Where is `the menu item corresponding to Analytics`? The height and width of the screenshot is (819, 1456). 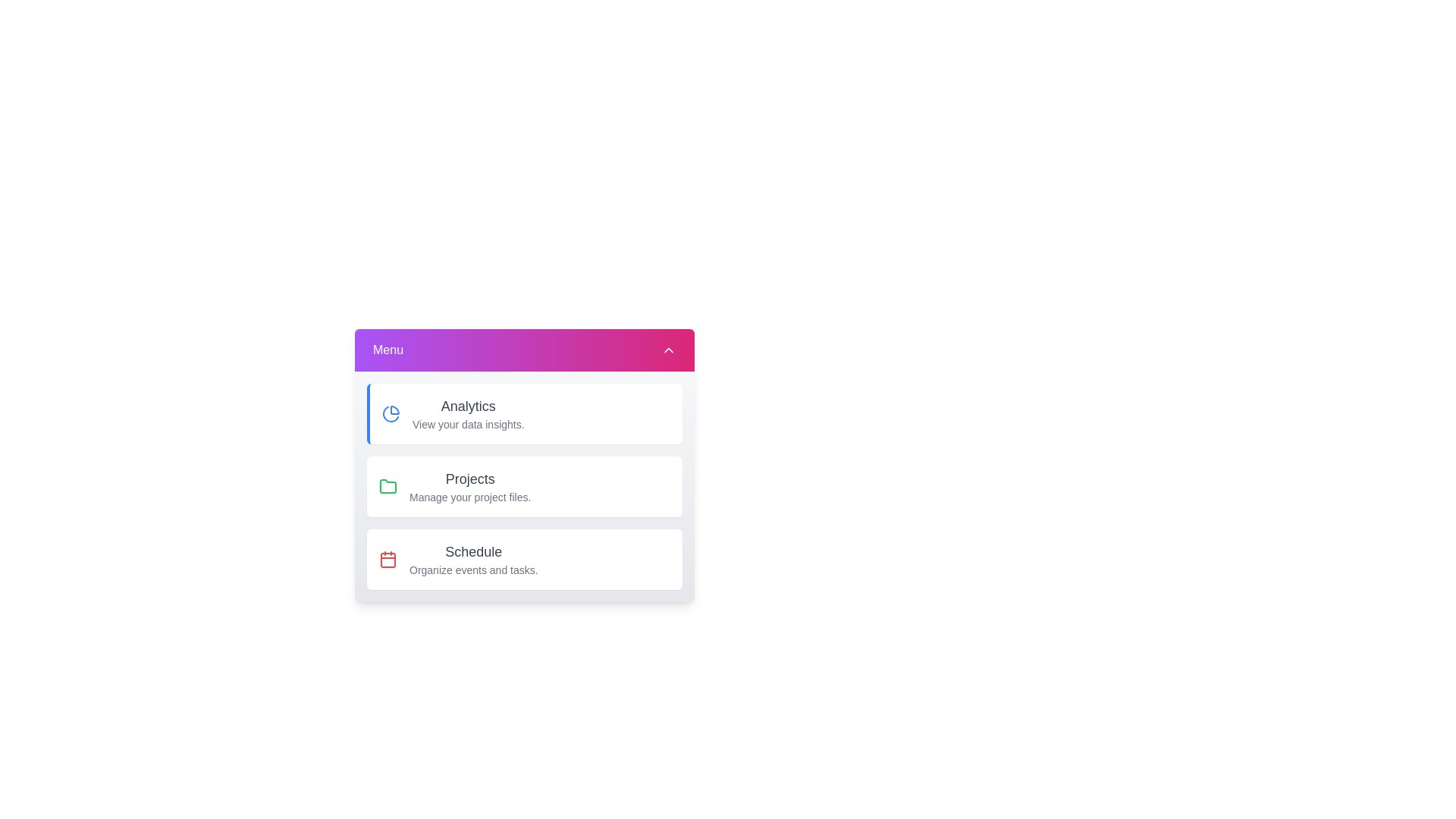 the menu item corresponding to Analytics is located at coordinates (524, 414).